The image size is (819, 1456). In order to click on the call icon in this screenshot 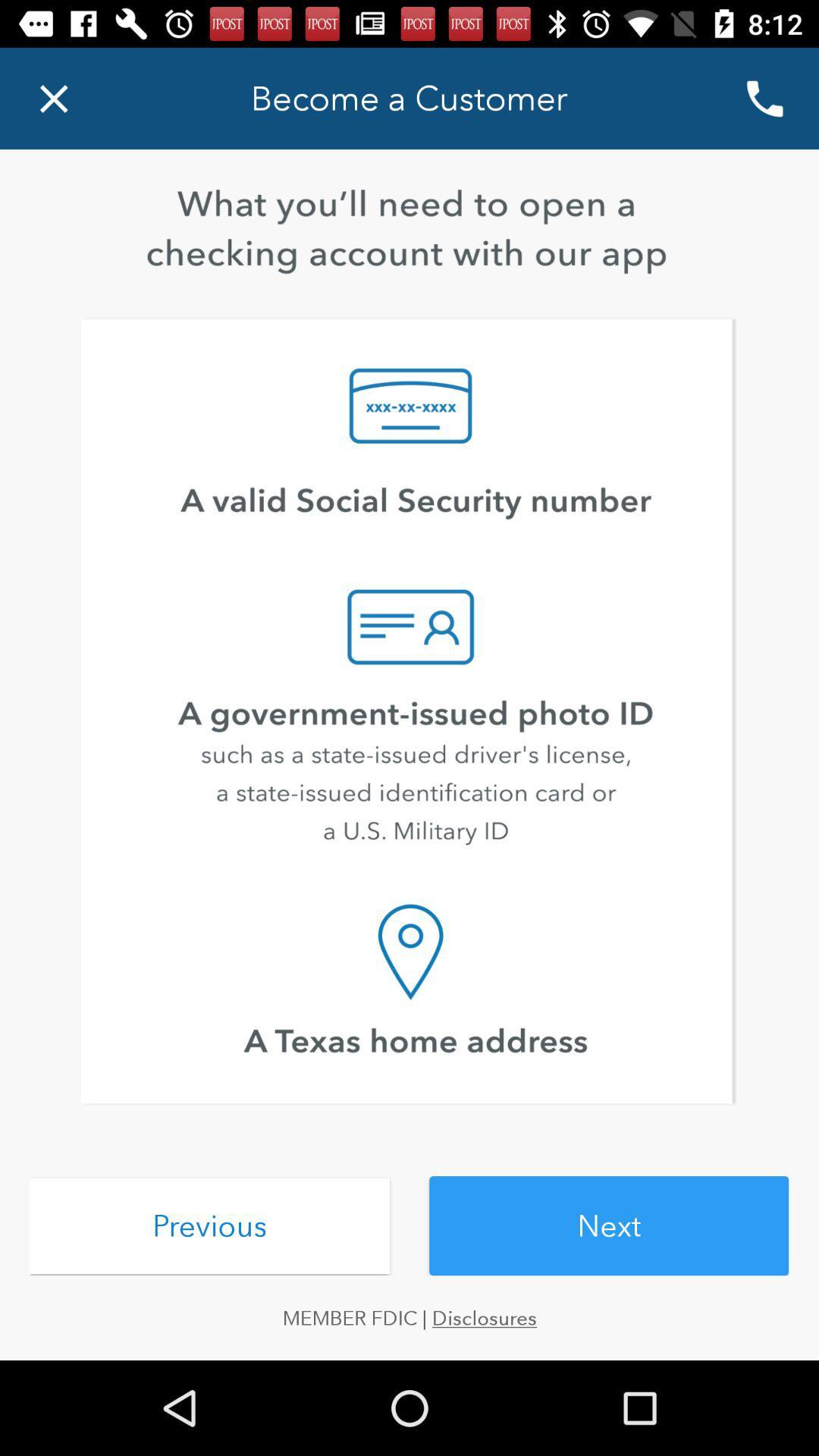, I will do `click(764, 98)`.